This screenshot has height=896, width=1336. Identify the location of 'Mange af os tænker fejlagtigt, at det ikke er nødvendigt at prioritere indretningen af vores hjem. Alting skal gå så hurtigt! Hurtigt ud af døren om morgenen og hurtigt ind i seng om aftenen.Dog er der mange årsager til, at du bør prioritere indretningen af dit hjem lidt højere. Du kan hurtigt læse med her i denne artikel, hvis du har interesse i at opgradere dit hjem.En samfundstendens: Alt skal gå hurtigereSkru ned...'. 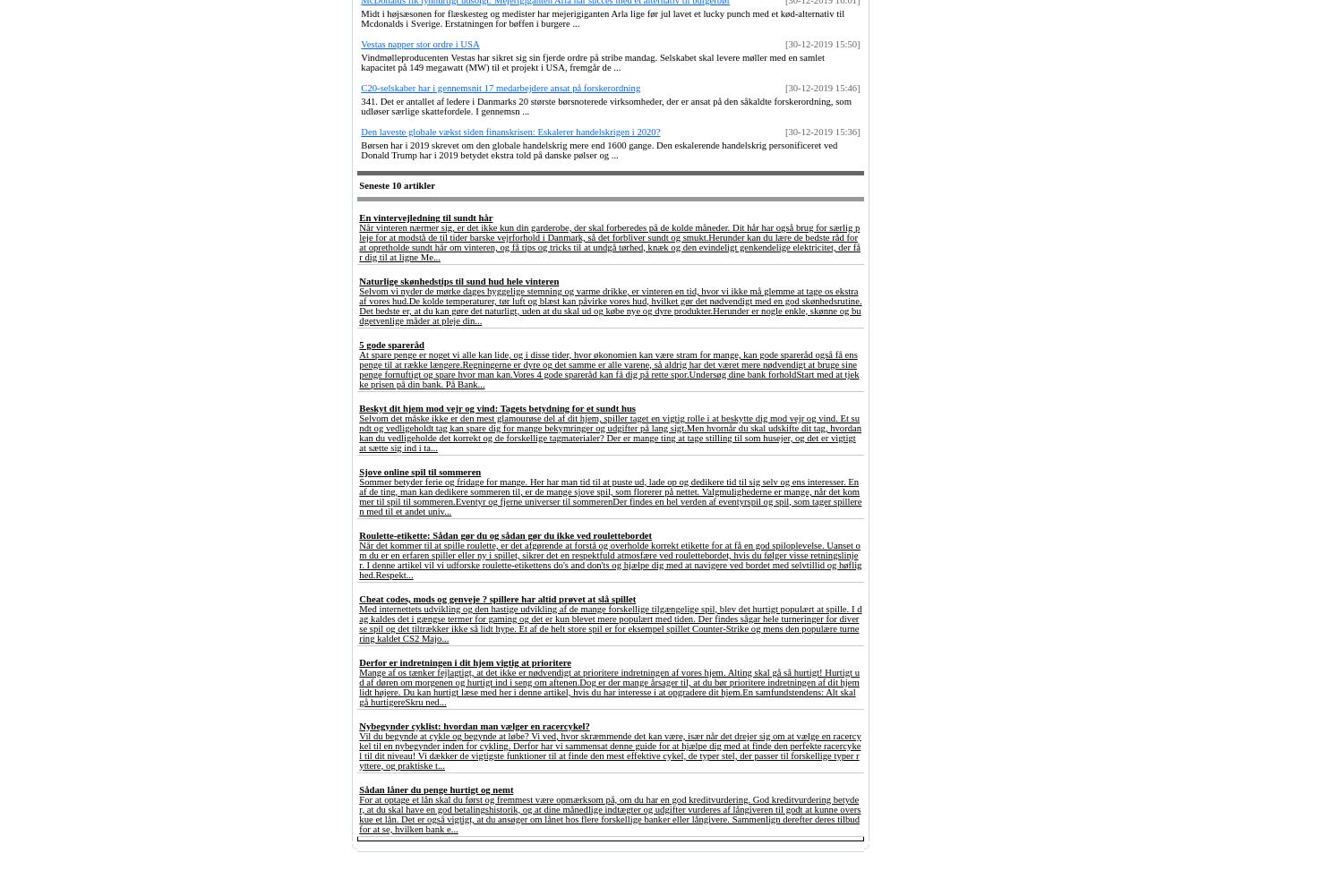
(609, 686).